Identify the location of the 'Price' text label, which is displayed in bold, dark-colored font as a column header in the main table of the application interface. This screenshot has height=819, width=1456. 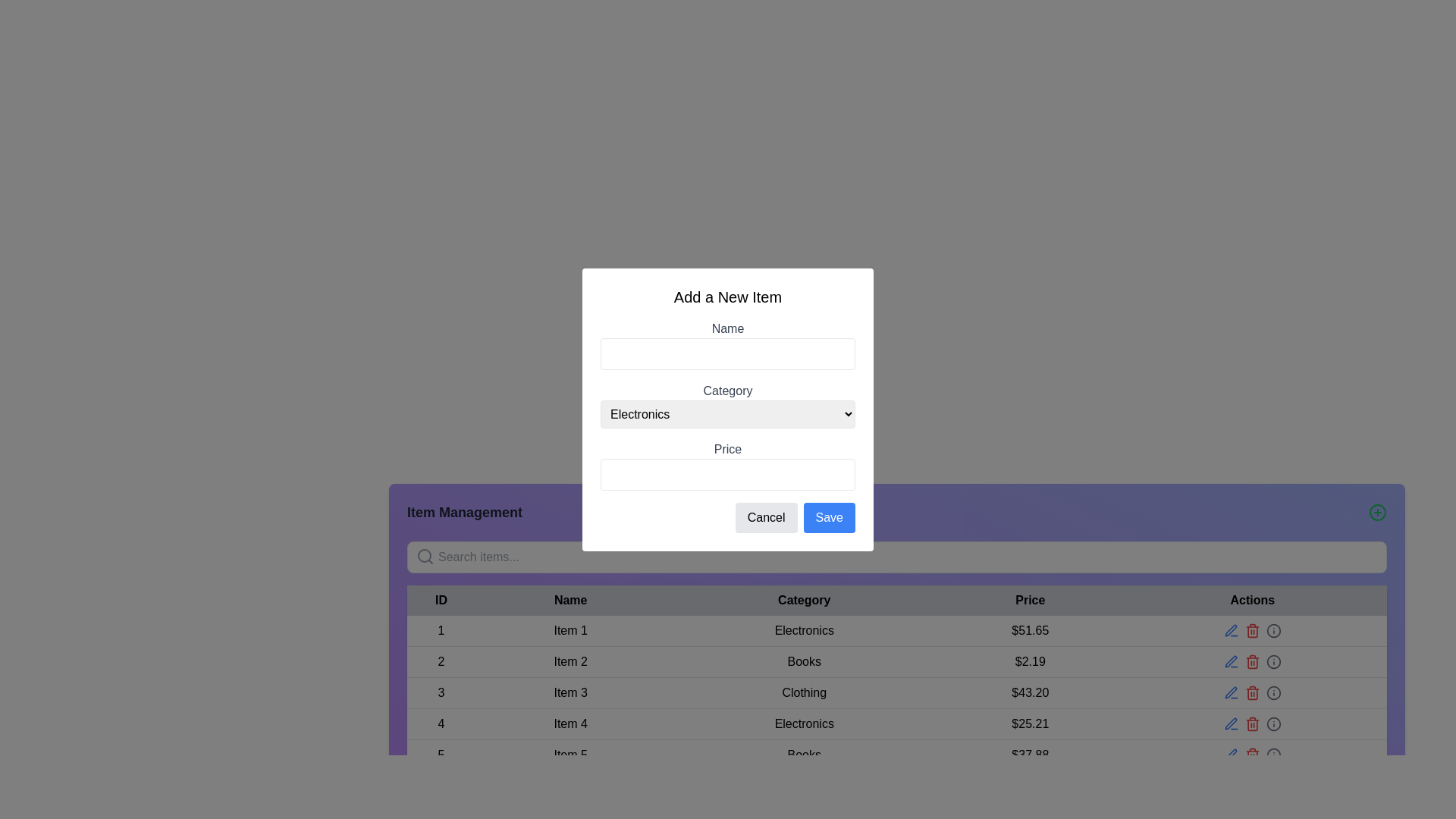
(1030, 599).